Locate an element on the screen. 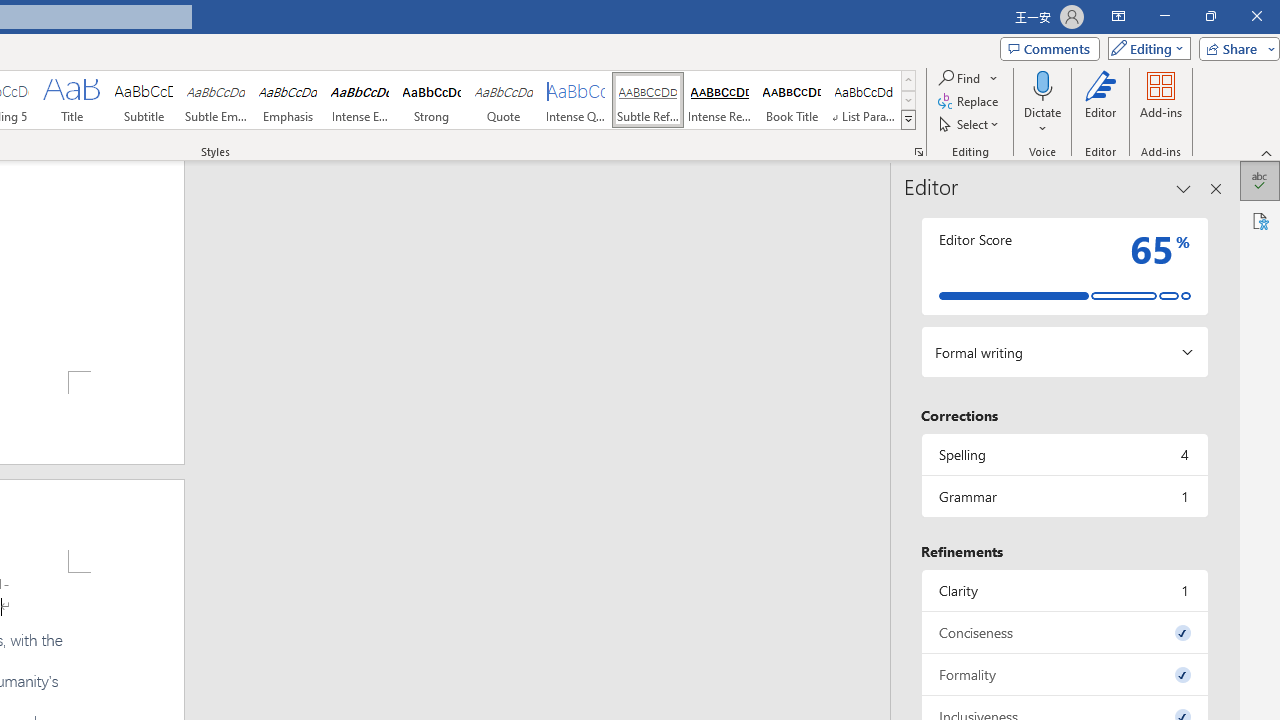 The width and height of the screenshot is (1280, 720). 'Strong' is located at coordinates (431, 100).